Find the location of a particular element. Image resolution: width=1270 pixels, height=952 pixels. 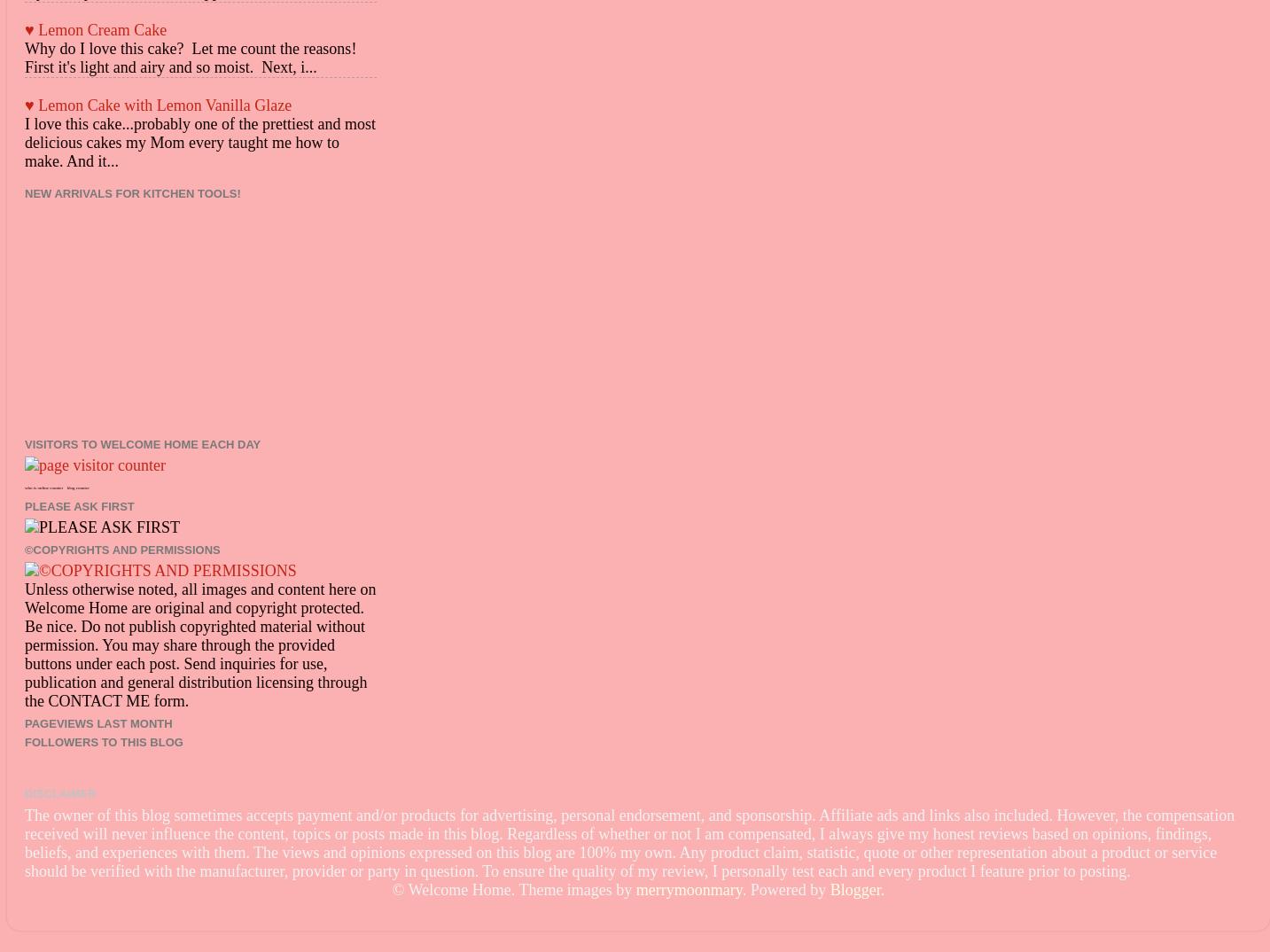

'♥ Lemon Cake with Lemon Vanilla Glaze' is located at coordinates (158, 104).